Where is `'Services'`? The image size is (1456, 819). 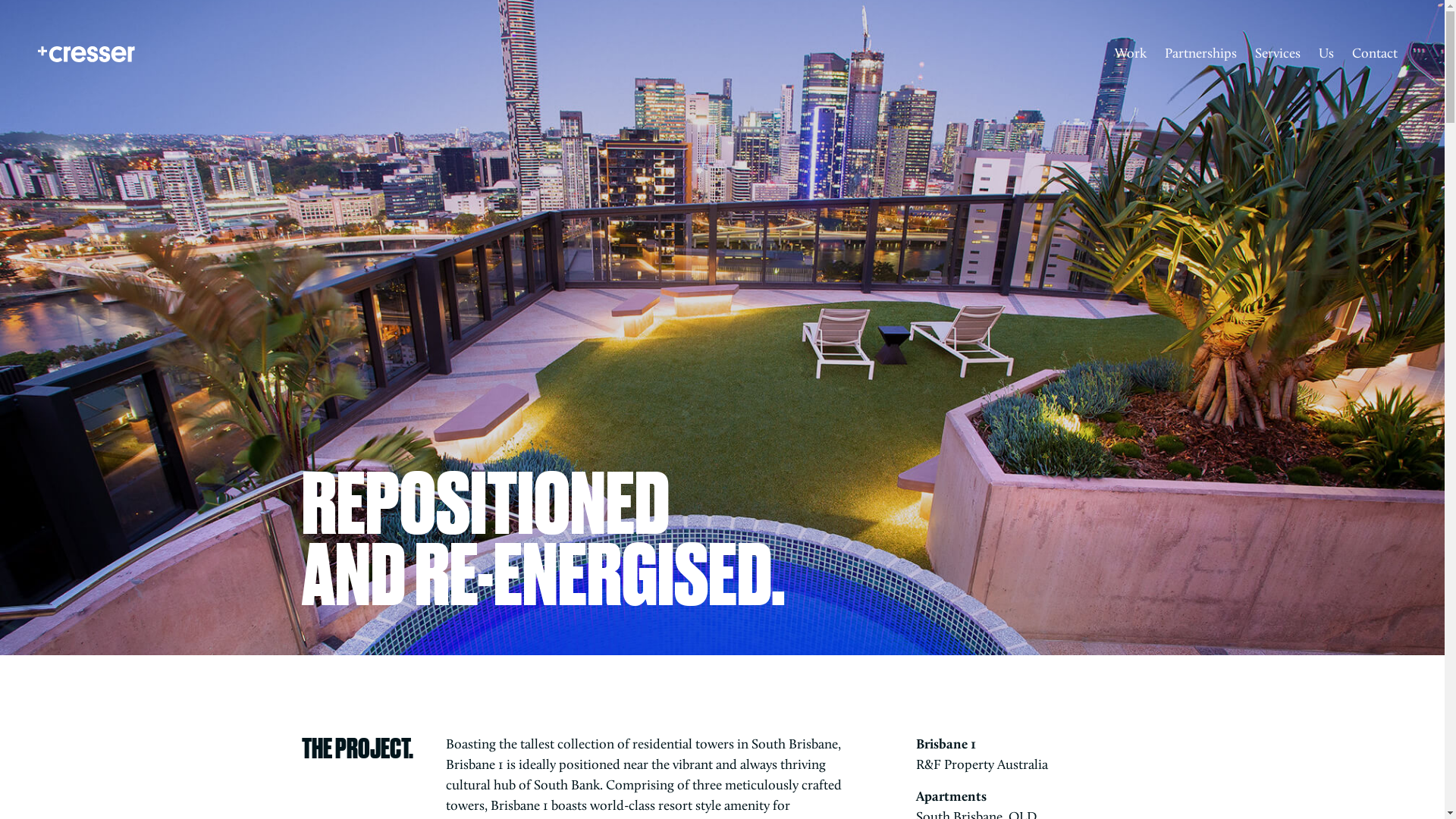 'Services' is located at coordinates (1276, 53).